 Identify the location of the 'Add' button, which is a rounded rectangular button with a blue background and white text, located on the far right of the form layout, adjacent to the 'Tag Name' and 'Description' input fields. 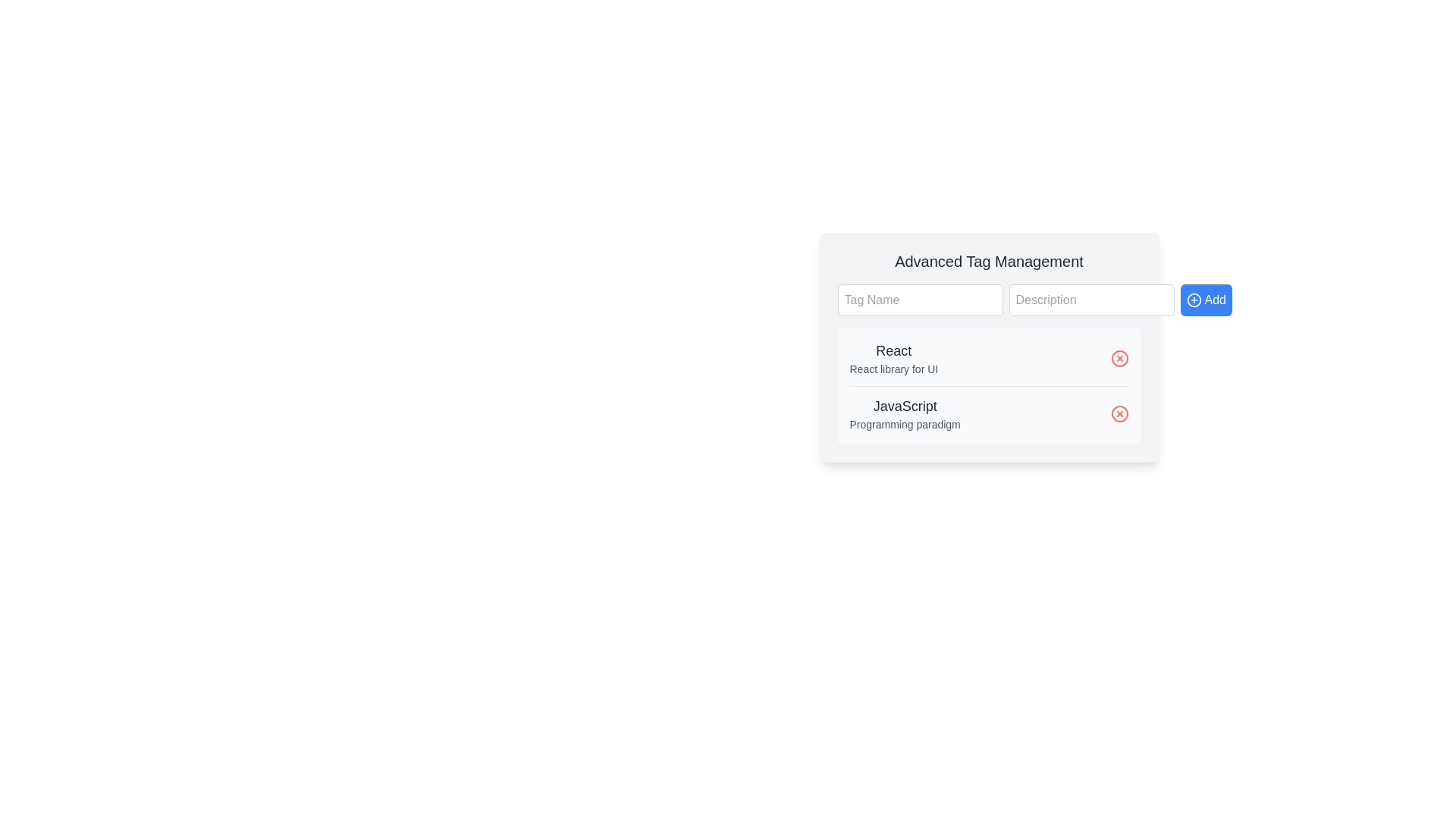
(1205, 300).